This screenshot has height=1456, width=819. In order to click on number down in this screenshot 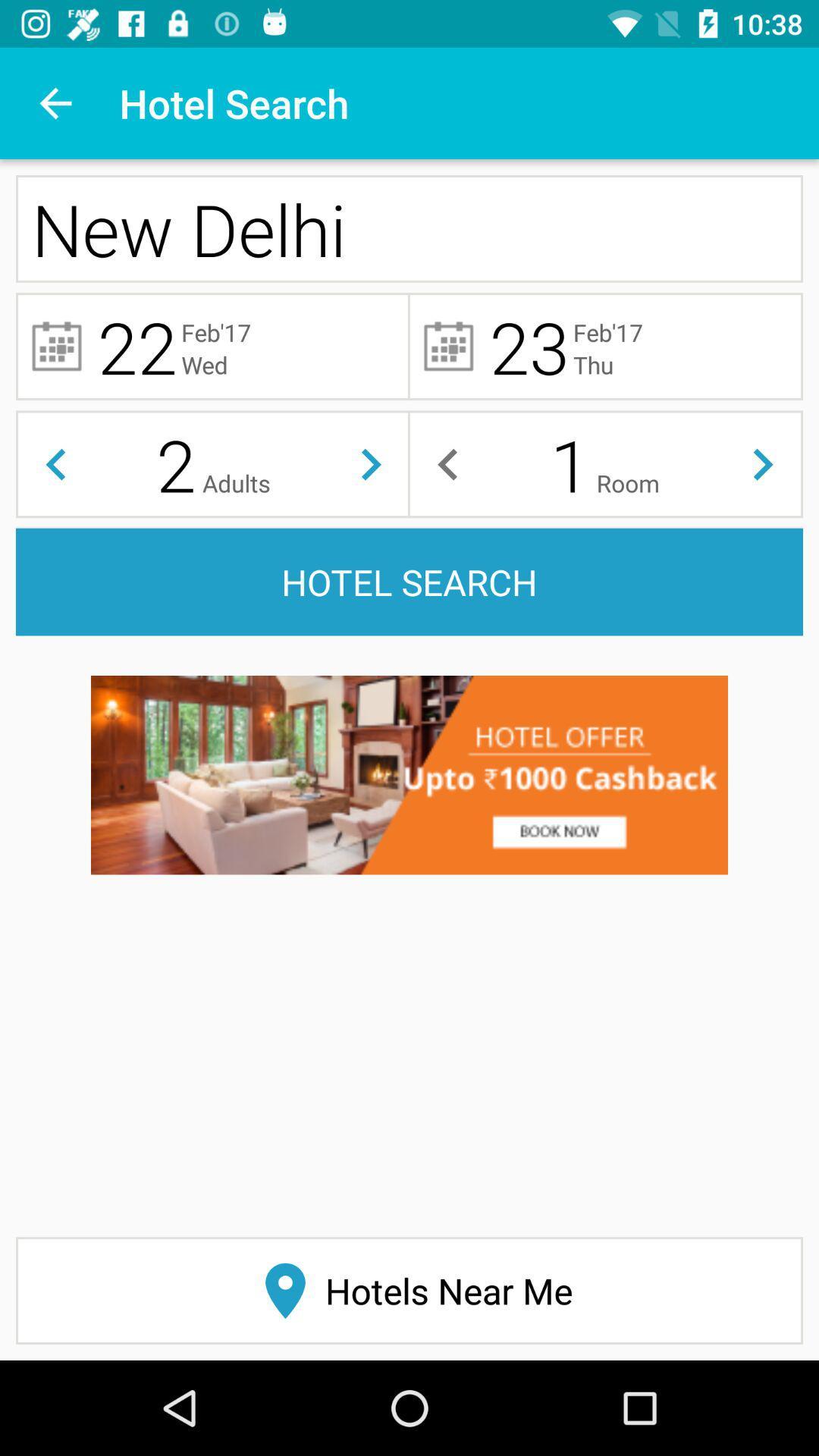, I will do `click(55, 463)`.